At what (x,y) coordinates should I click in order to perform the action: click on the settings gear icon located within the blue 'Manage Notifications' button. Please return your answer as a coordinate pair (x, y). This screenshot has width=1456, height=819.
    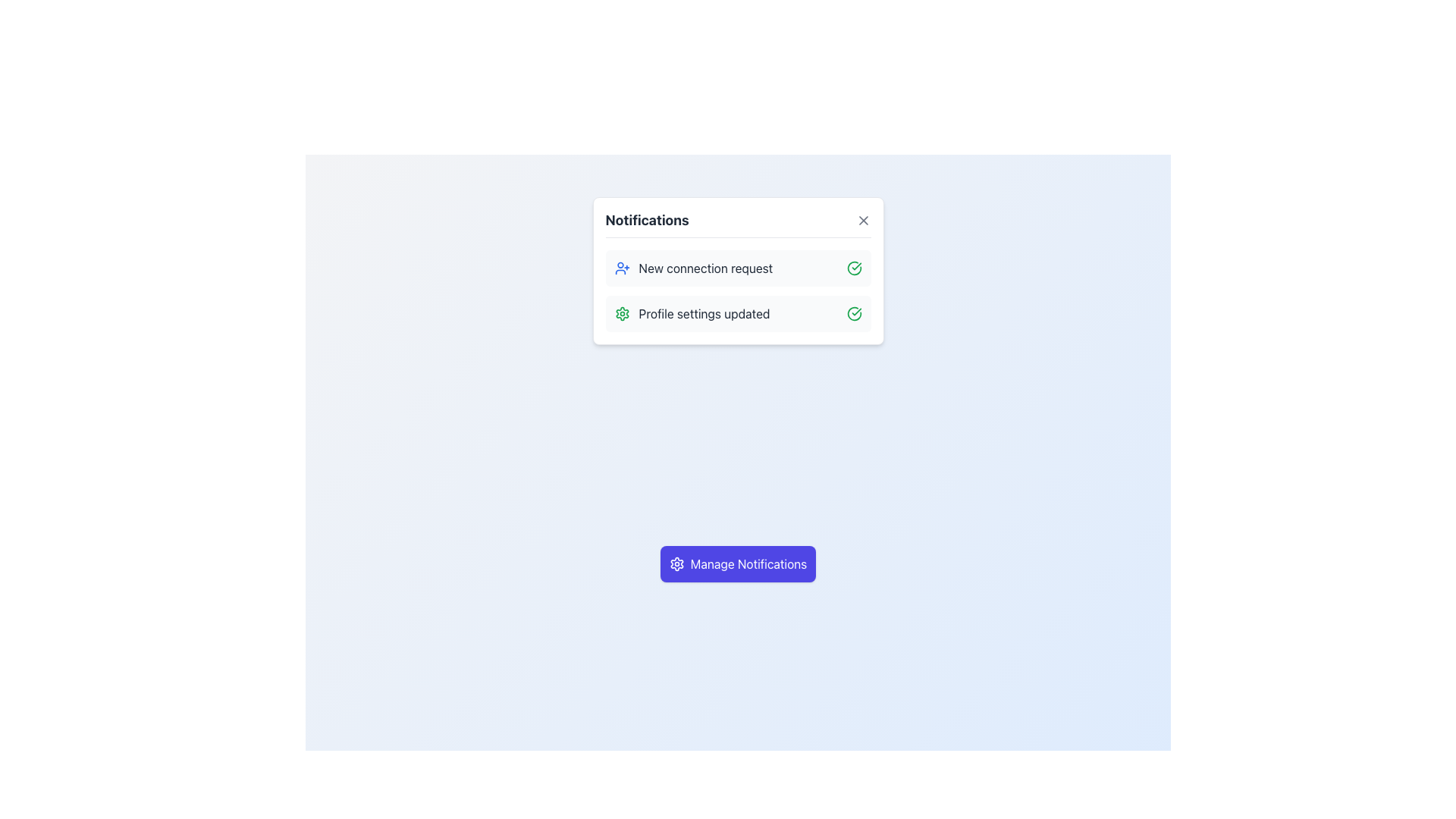
    Looking at the image, I should click on (676, 564).